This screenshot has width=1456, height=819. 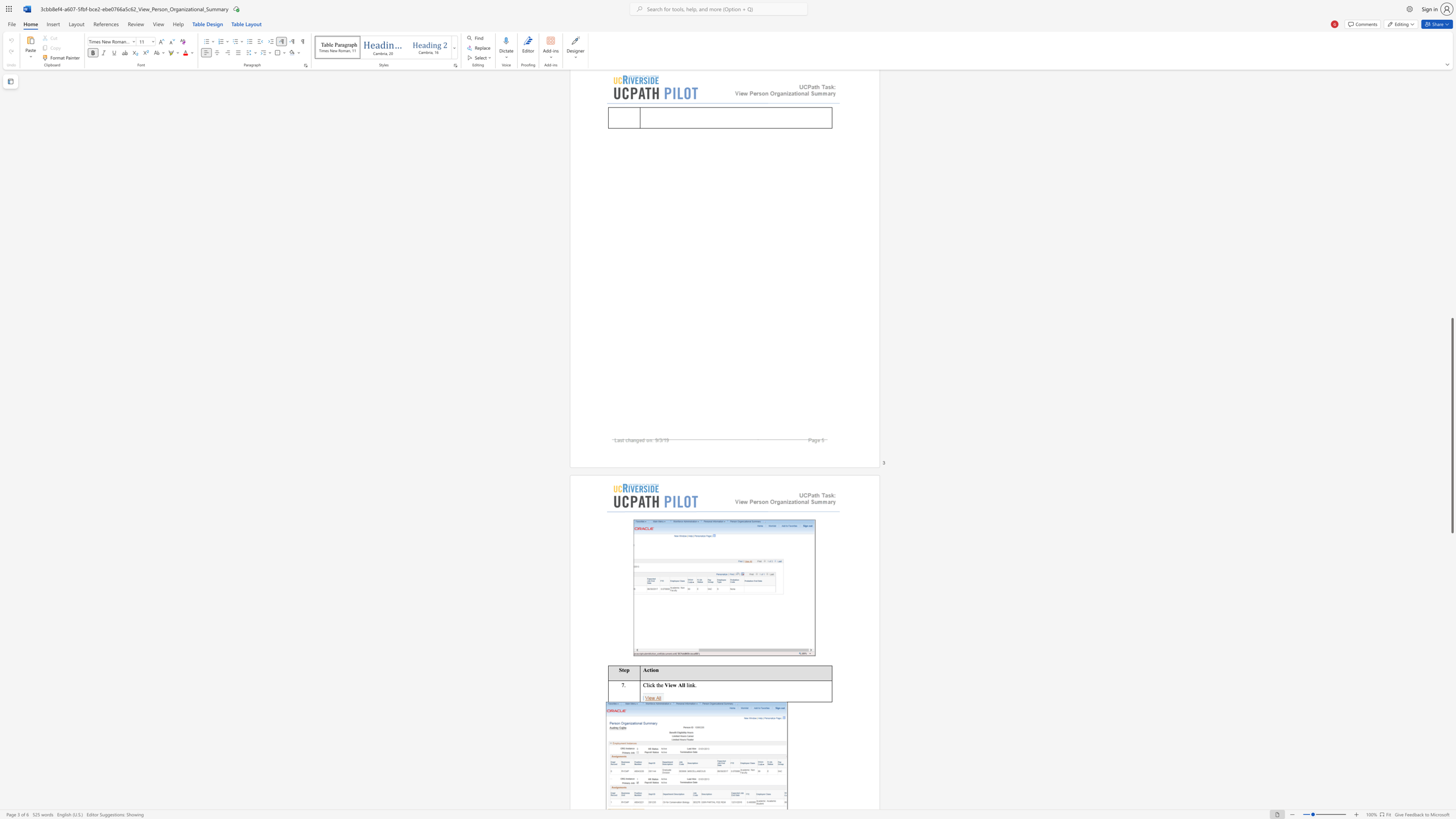 What do you see at coordinates (662, 684) in the screenshot?
I see `the 1th character "e" in the text` at bounding box center [662, 684].